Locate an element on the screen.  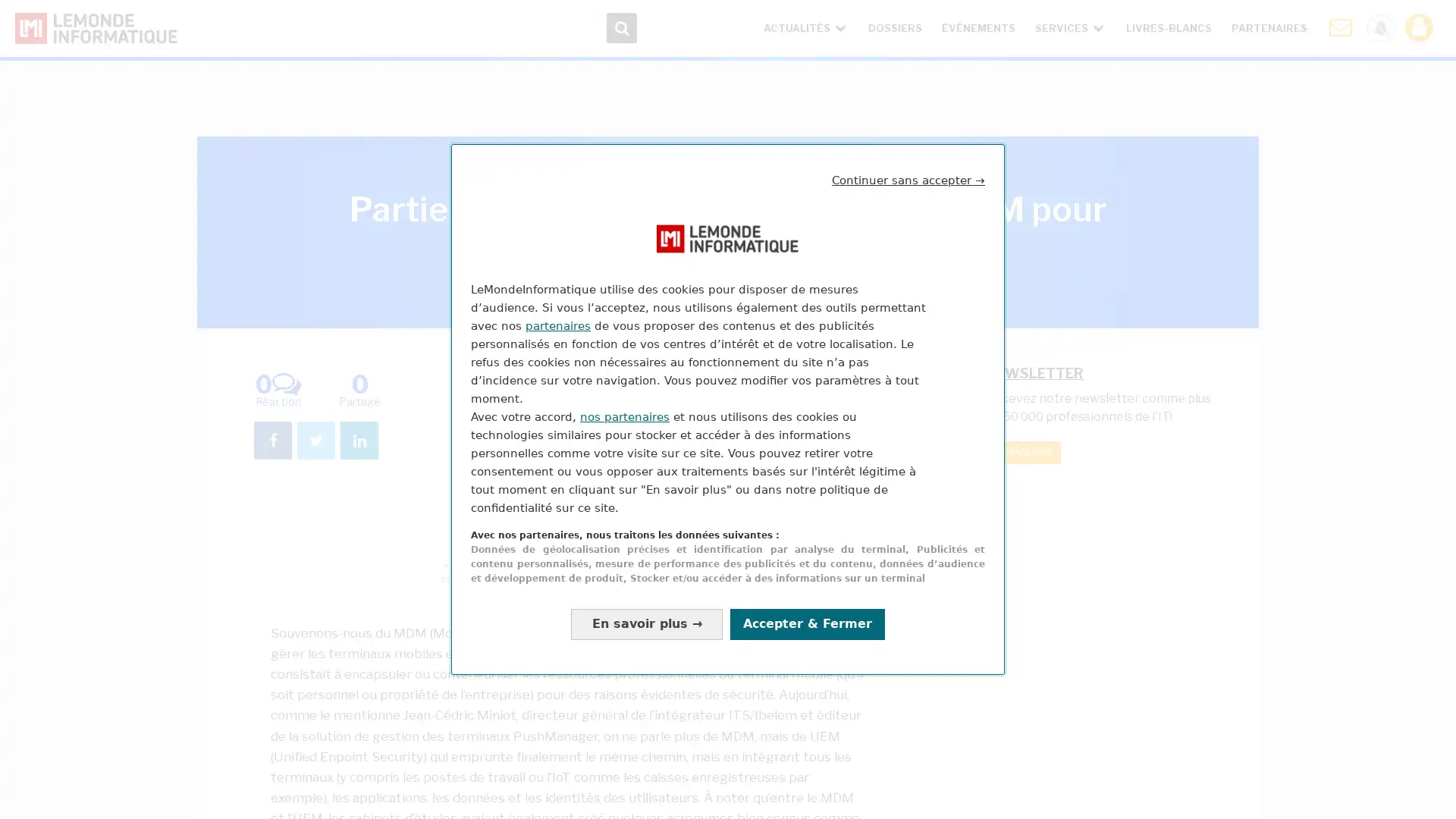
Configurer vos consentements is located at coordinates (647, 623).